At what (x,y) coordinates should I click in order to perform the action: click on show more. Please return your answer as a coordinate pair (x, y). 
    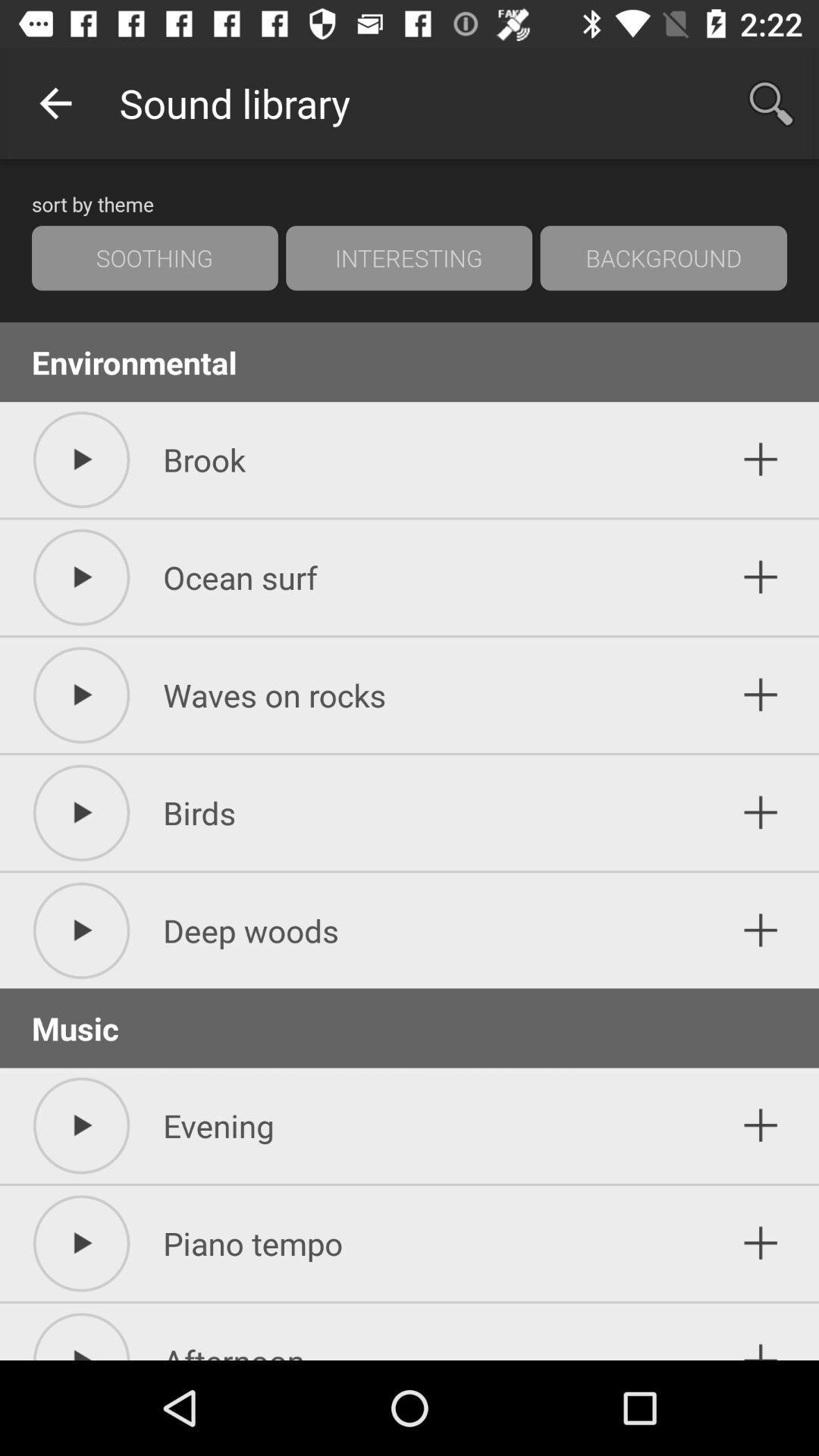
    Looking at the image, I should click on (761, 459).